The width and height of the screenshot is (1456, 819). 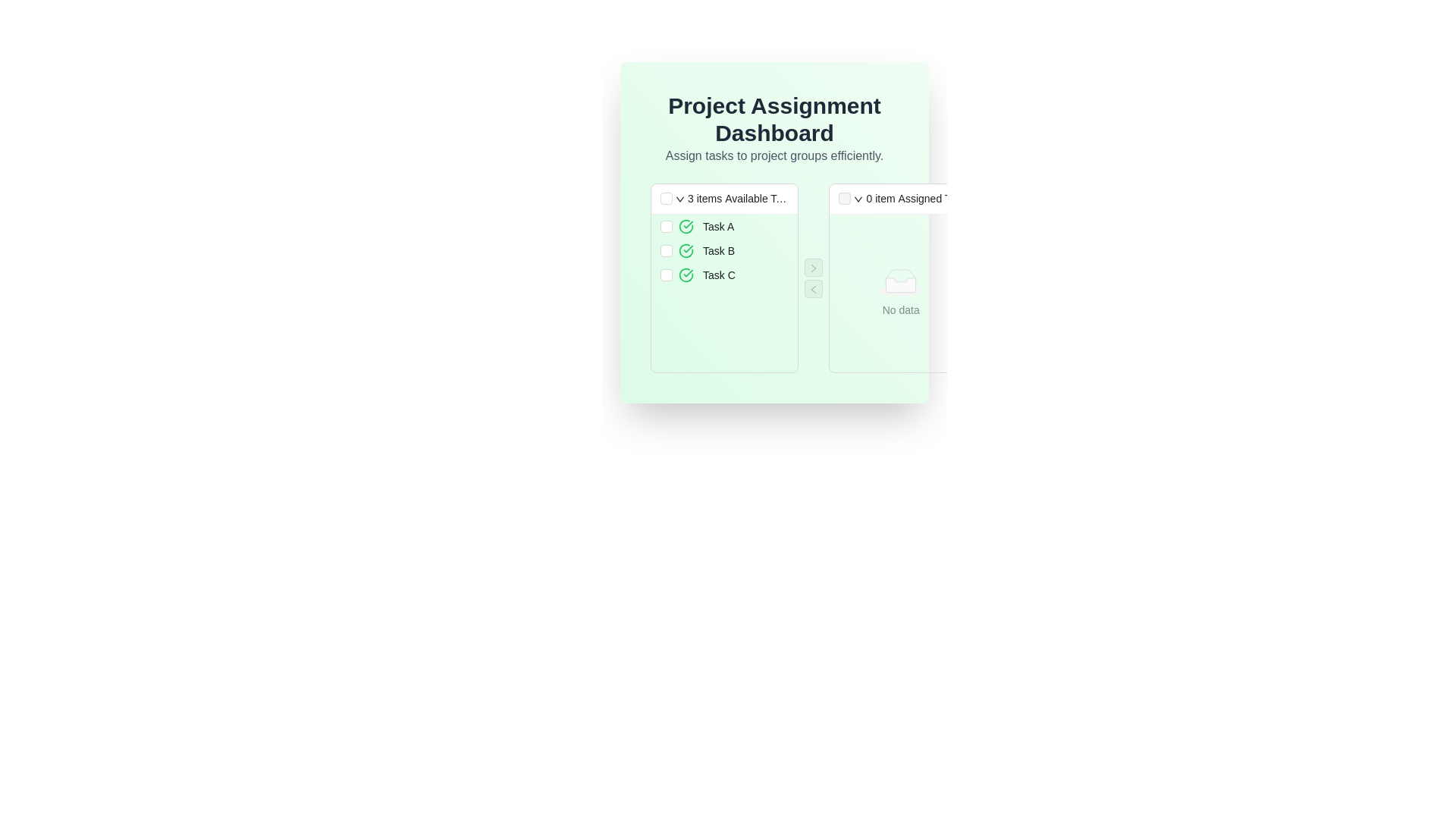 I want to click on the list item labeled 'Task C' within the 'Available Tasks' section, so click(x=733, y=275).